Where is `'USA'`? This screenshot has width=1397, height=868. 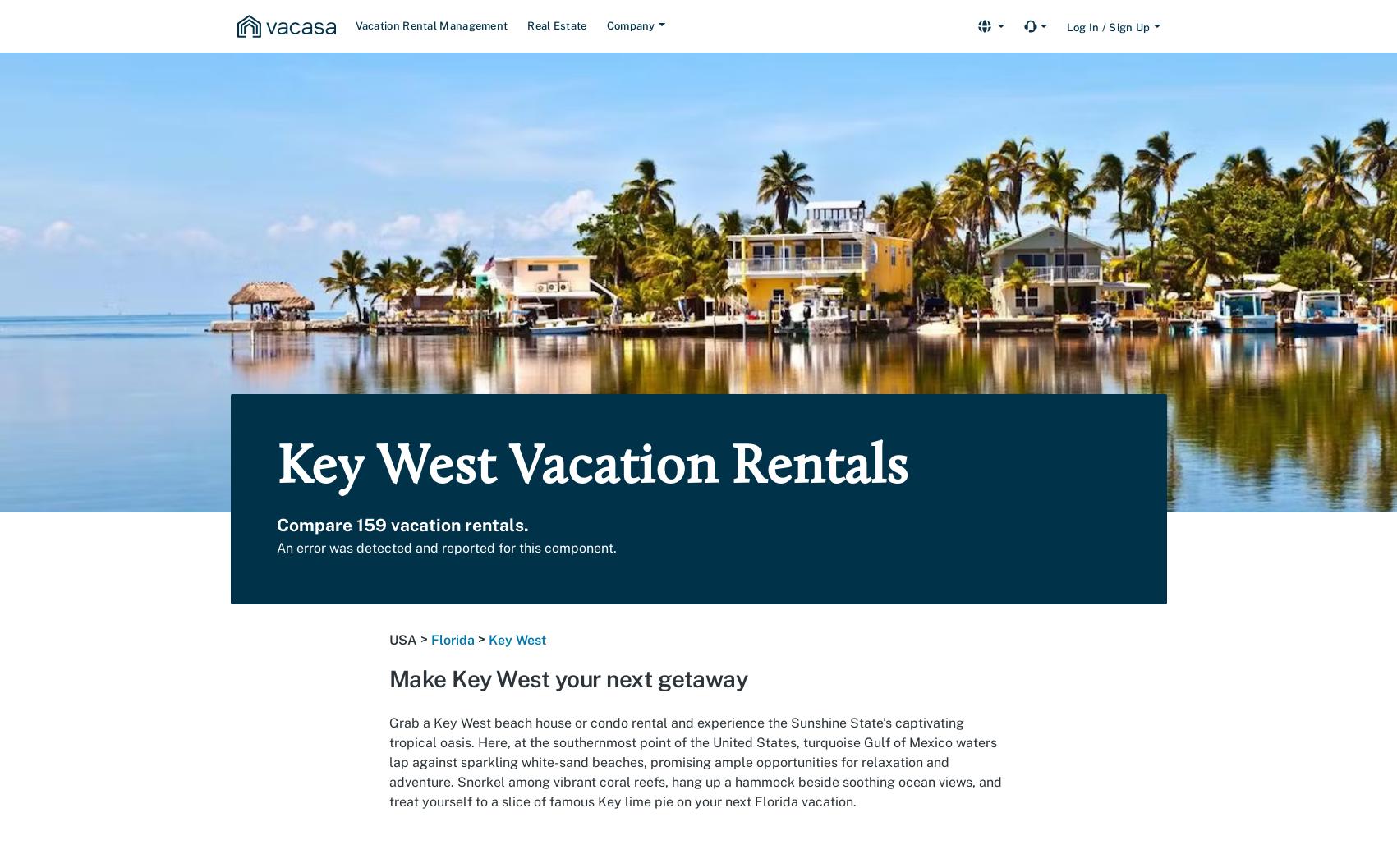 'USA' is located at coordinates (402, 640).